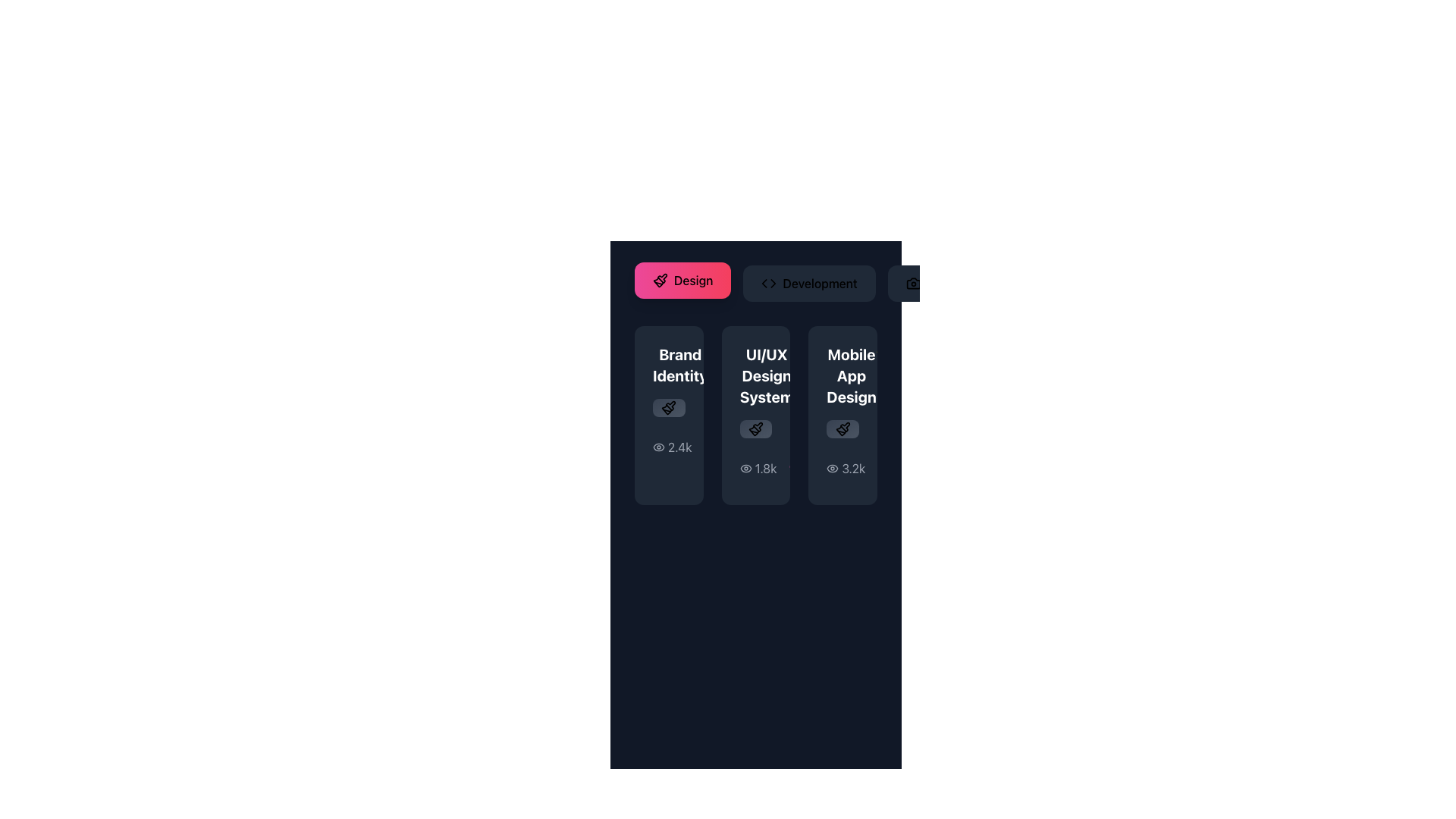  What do you see at coordinates (682, 281) in the screenshot?
I see `the 'Design' button with a pink to rose gradient and a paintbrush icon on the far left of the navigation bar` at bounding box center [682, 281].